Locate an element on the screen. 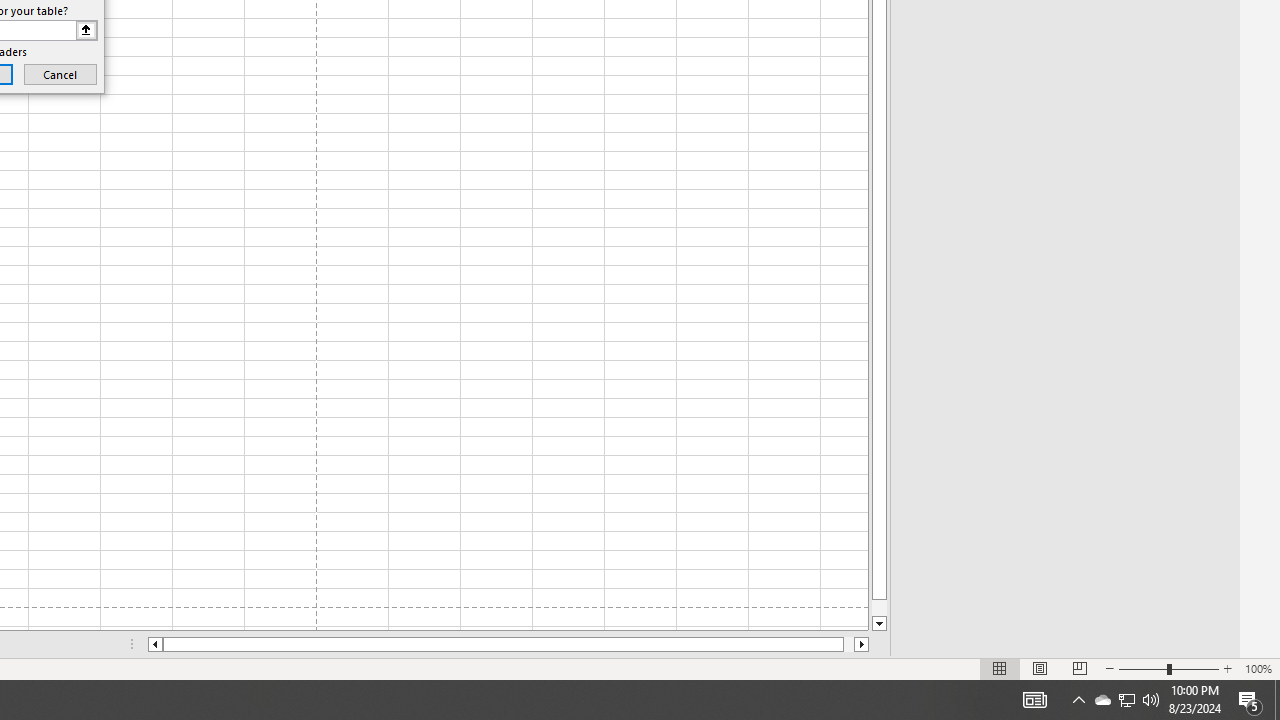  'Normal' is located at coordinates (1000, 669).